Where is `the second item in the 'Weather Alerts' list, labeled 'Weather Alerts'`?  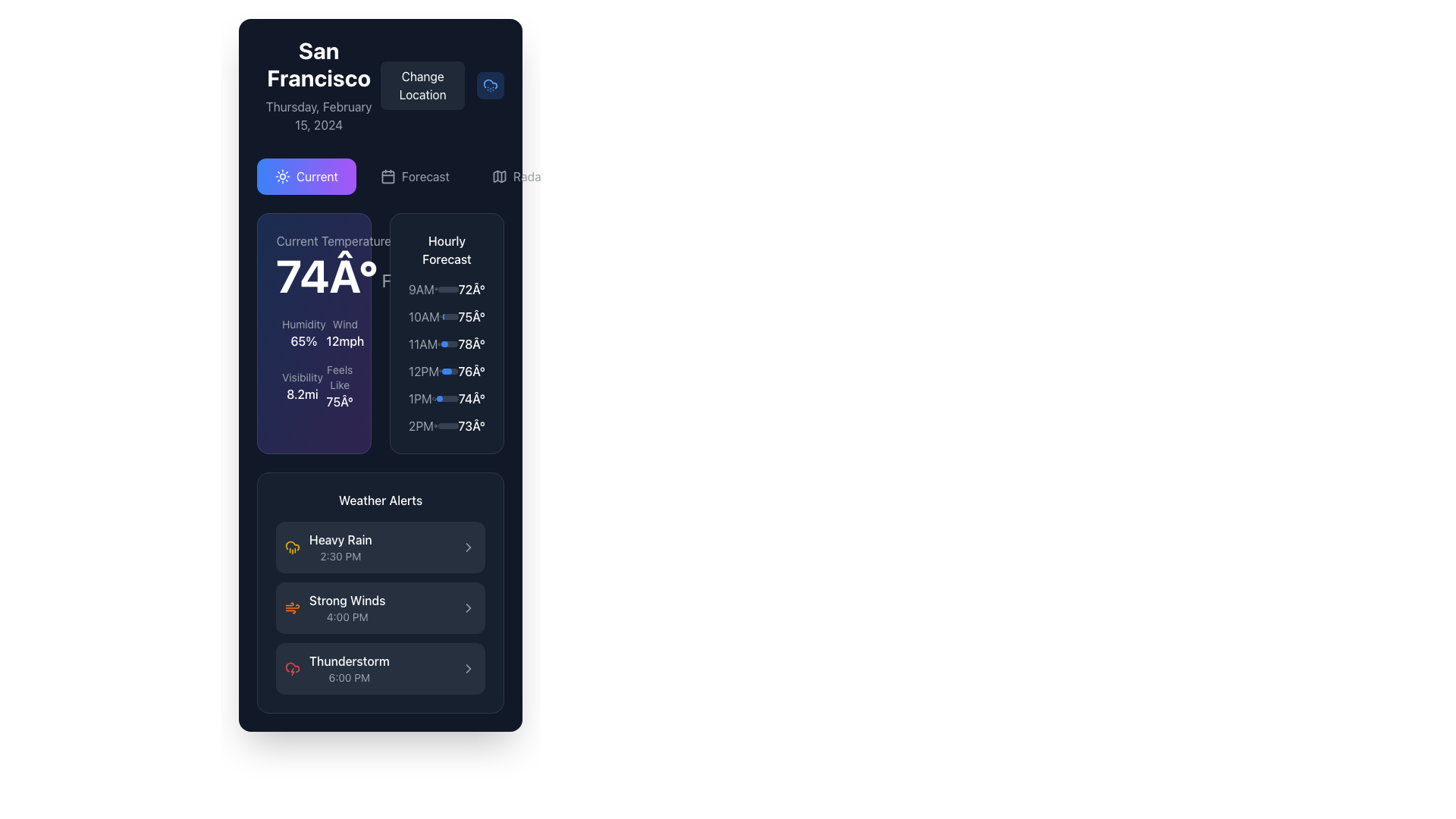 the second item in the 'Weather Alerts' list, labeled 'Weather Alerts' is located at coordinates (381, 592).